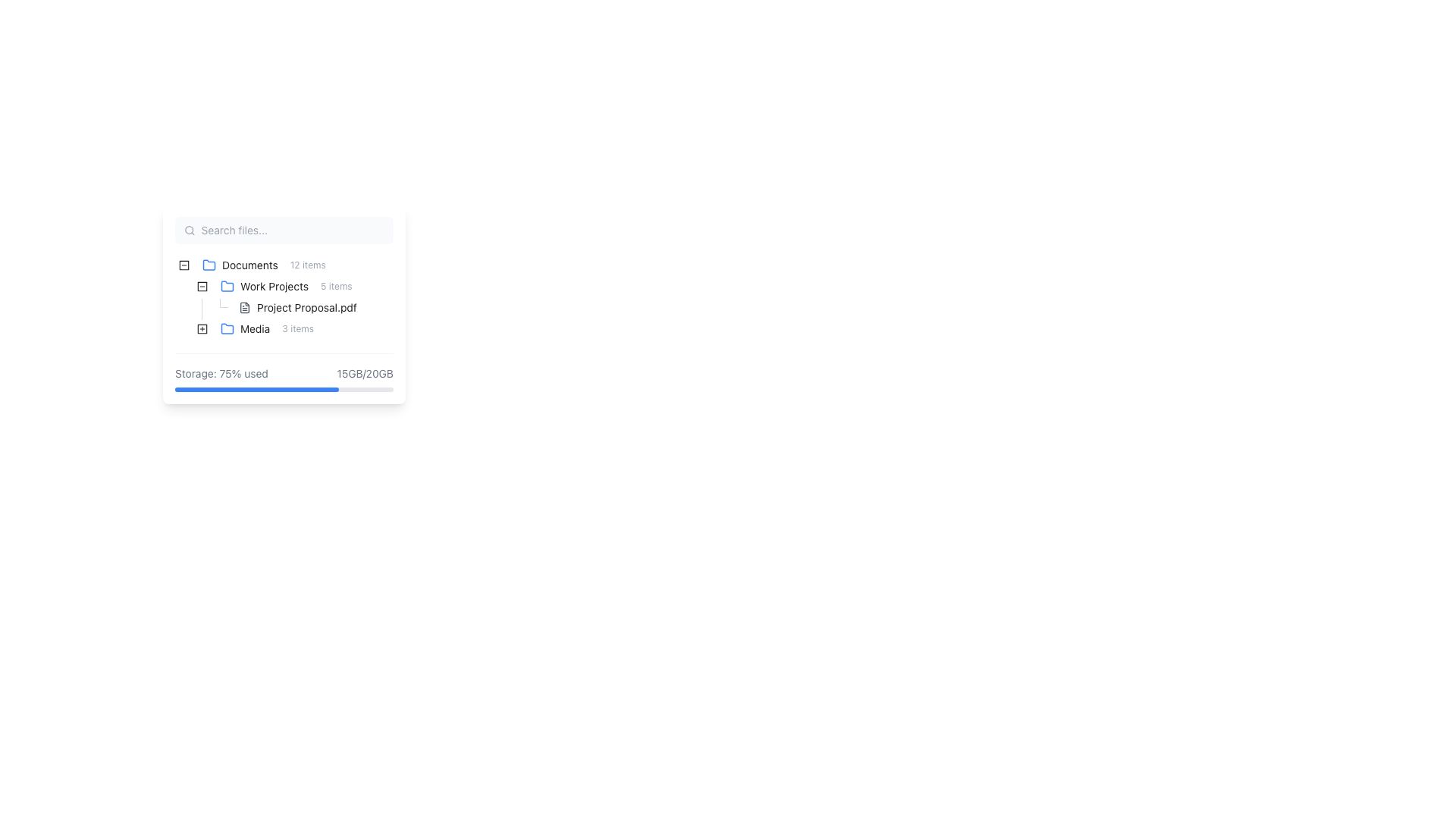 This screenshot has height=819, width=1456. What do you see at coordinates (244, 307) in the screenshot?
I see `the document icon that resembles a minimalist outline design, located to the left of the text 'Project Proposal.pdf' within the 'Work Projects' folder` at bounding box center [244, 307].